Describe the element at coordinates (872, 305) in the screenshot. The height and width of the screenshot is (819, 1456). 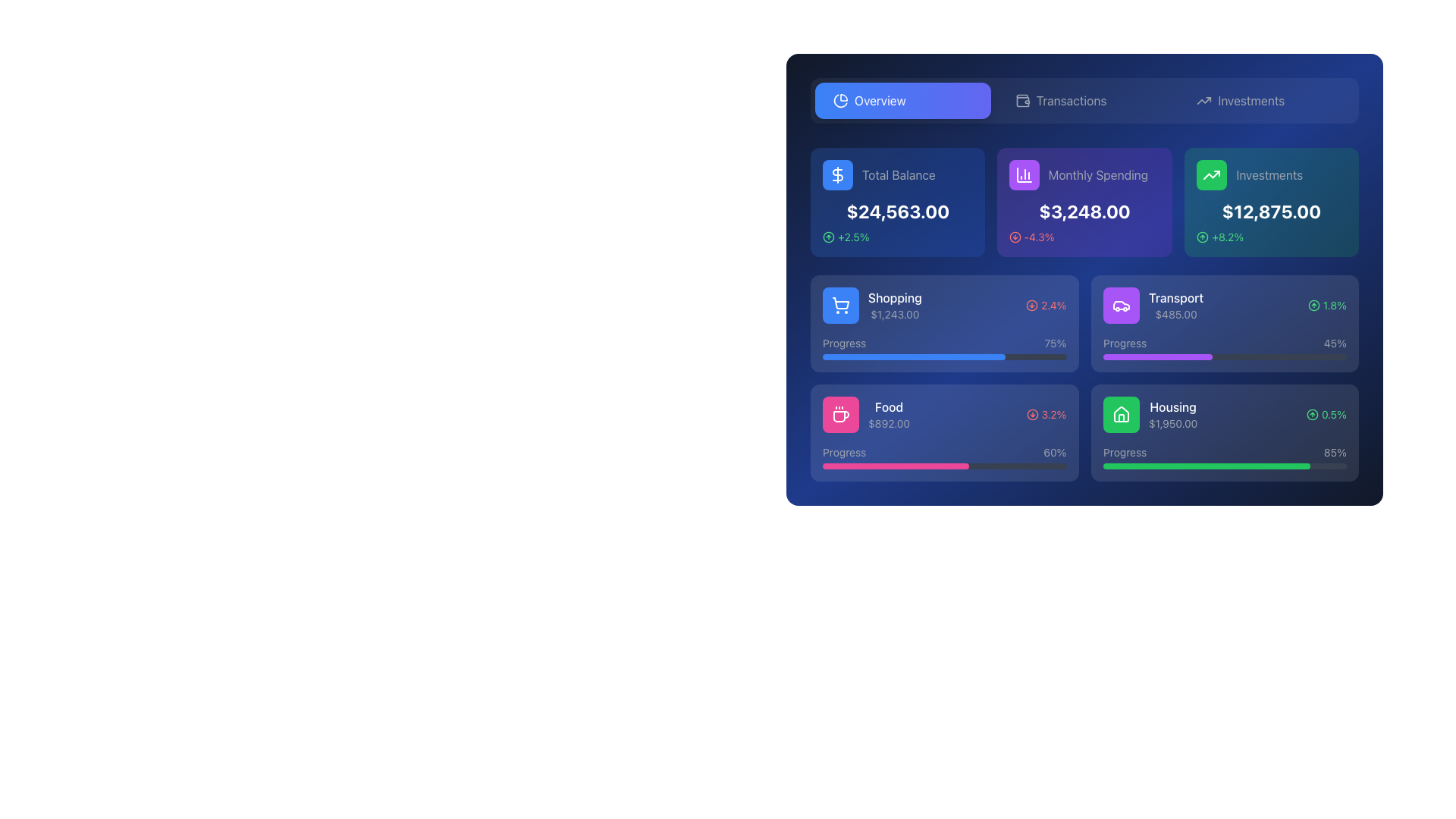
I see `the 'Shopping' informational display box in the first column of the second row under the 'Overview' tab` at that location.